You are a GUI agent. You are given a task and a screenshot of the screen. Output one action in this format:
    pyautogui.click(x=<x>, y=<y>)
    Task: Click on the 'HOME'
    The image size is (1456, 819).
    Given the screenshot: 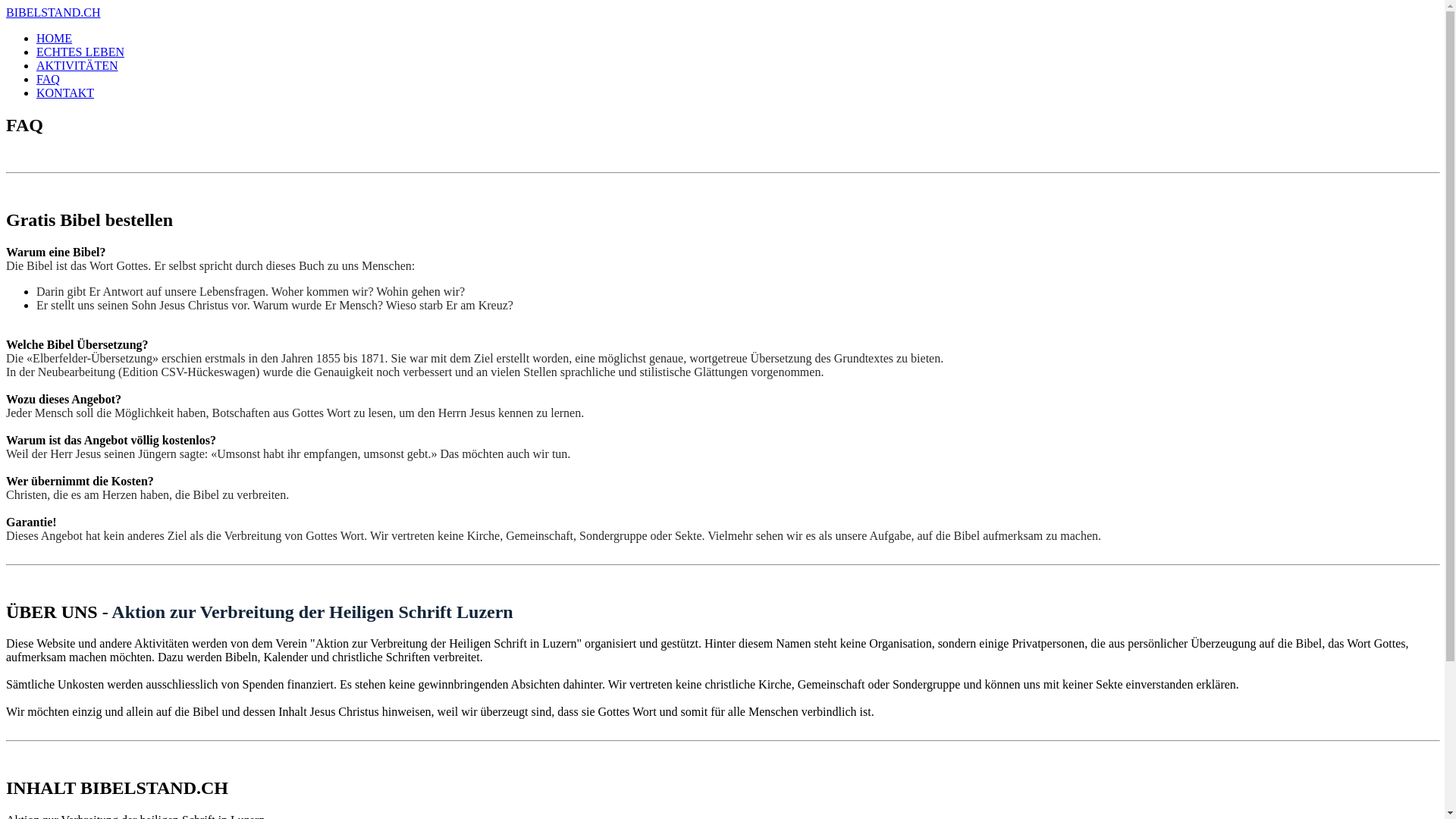 What is the action you would take?
    pyautogui.click(x=36, y=37)
    